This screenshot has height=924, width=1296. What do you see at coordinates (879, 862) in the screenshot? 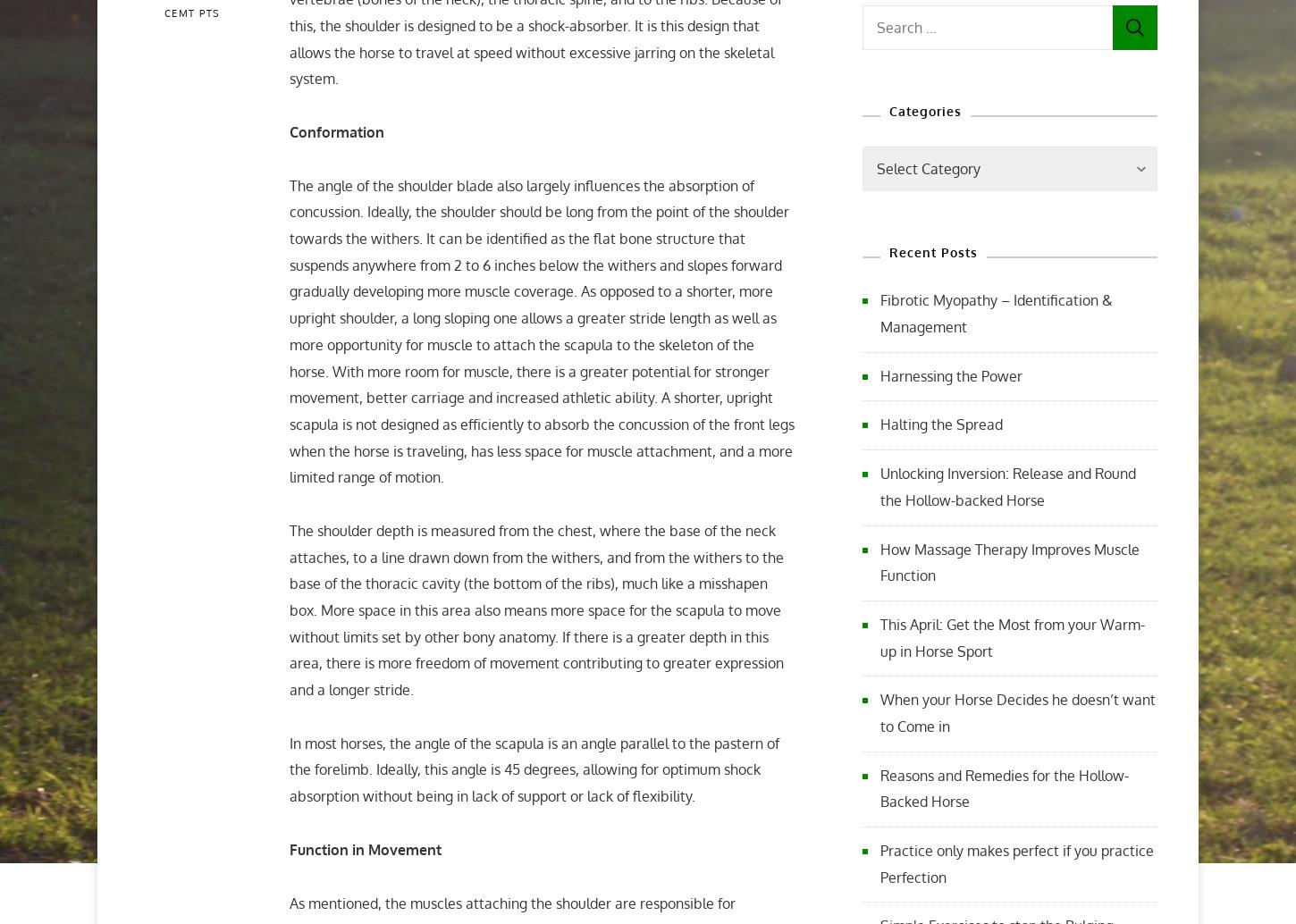
I see `'Practice only makes perfect if you practice Perfection'` at bounding box center [879, 862].